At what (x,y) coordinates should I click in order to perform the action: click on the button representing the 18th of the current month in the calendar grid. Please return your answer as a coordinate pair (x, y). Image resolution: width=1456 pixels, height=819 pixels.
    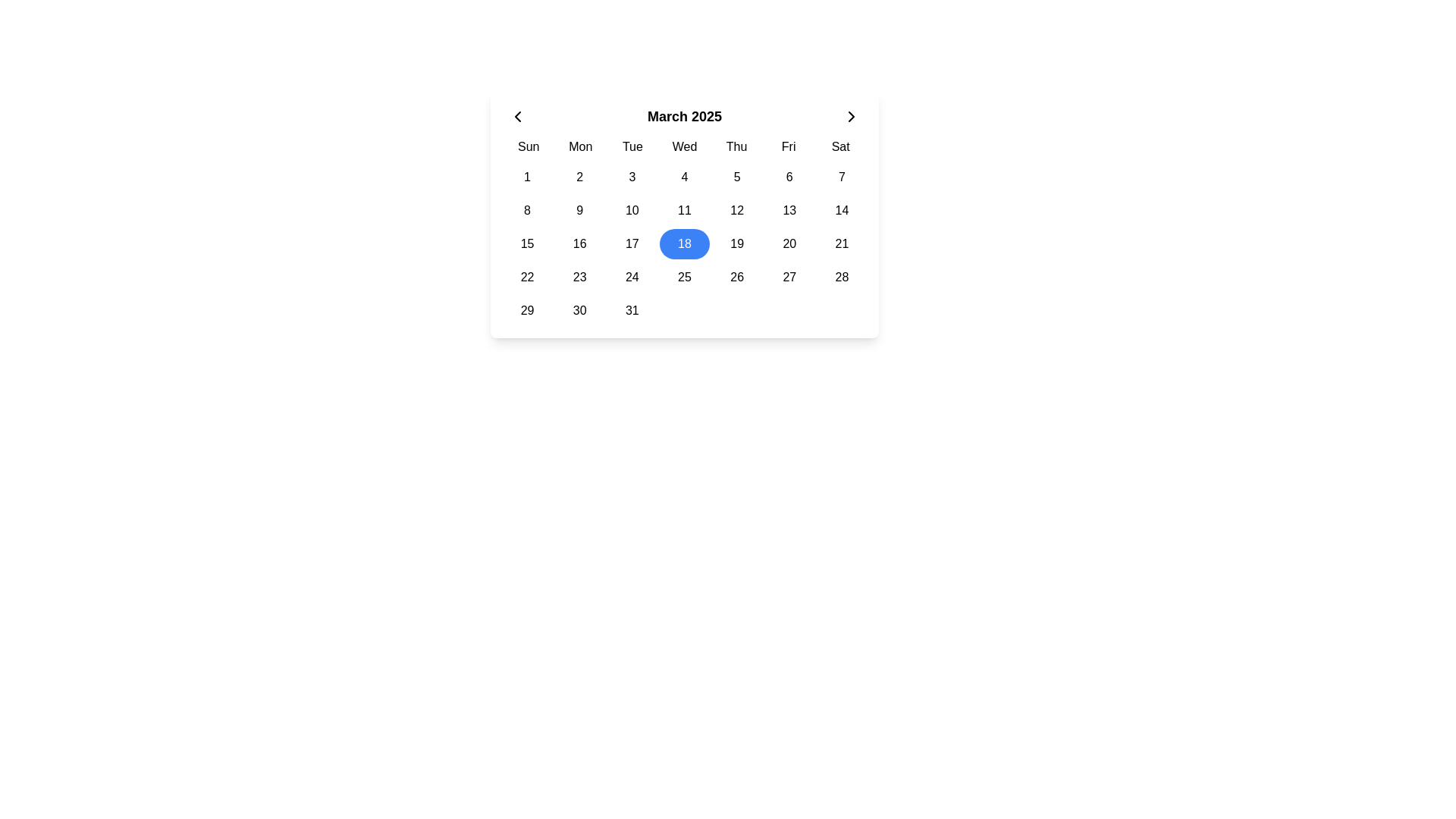
    Looking at the image, I should click on (683, 243).